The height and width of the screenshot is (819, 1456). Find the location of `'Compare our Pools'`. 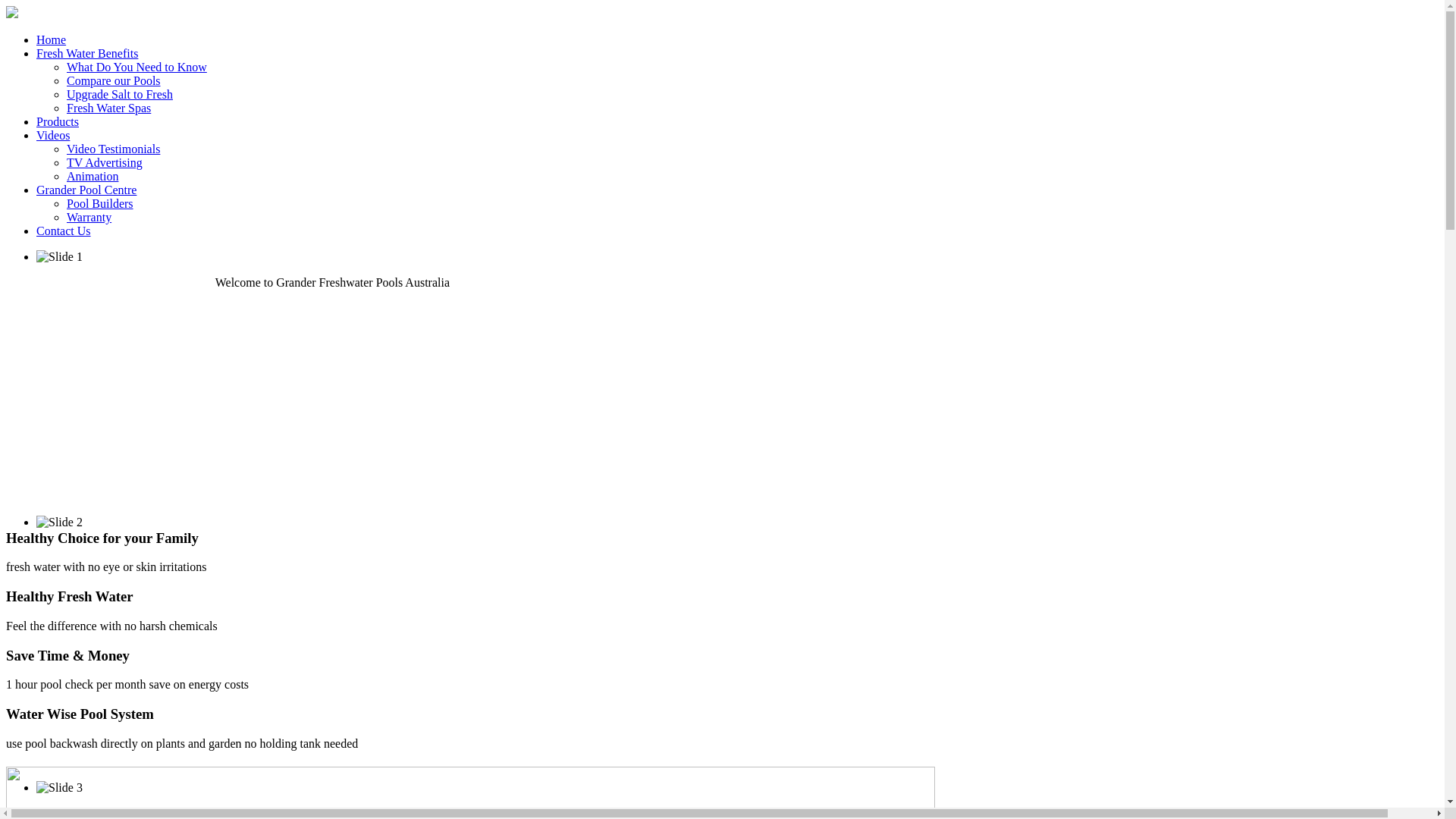

'Compare our Pools' is located at coordinates (112, 80).